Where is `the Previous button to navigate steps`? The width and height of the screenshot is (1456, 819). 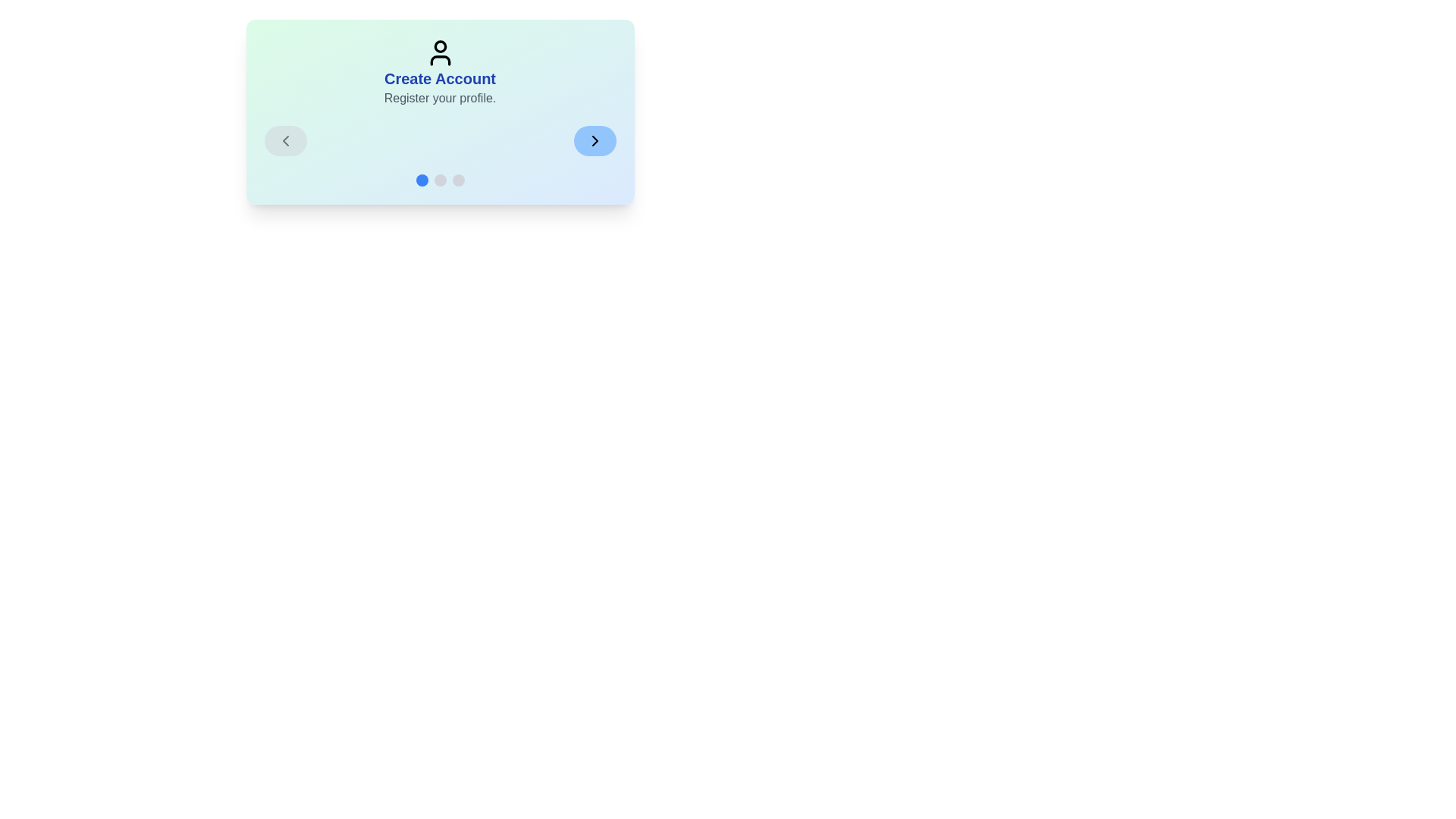 the Previous button to navigate steps is located at coordinates (285, 140).